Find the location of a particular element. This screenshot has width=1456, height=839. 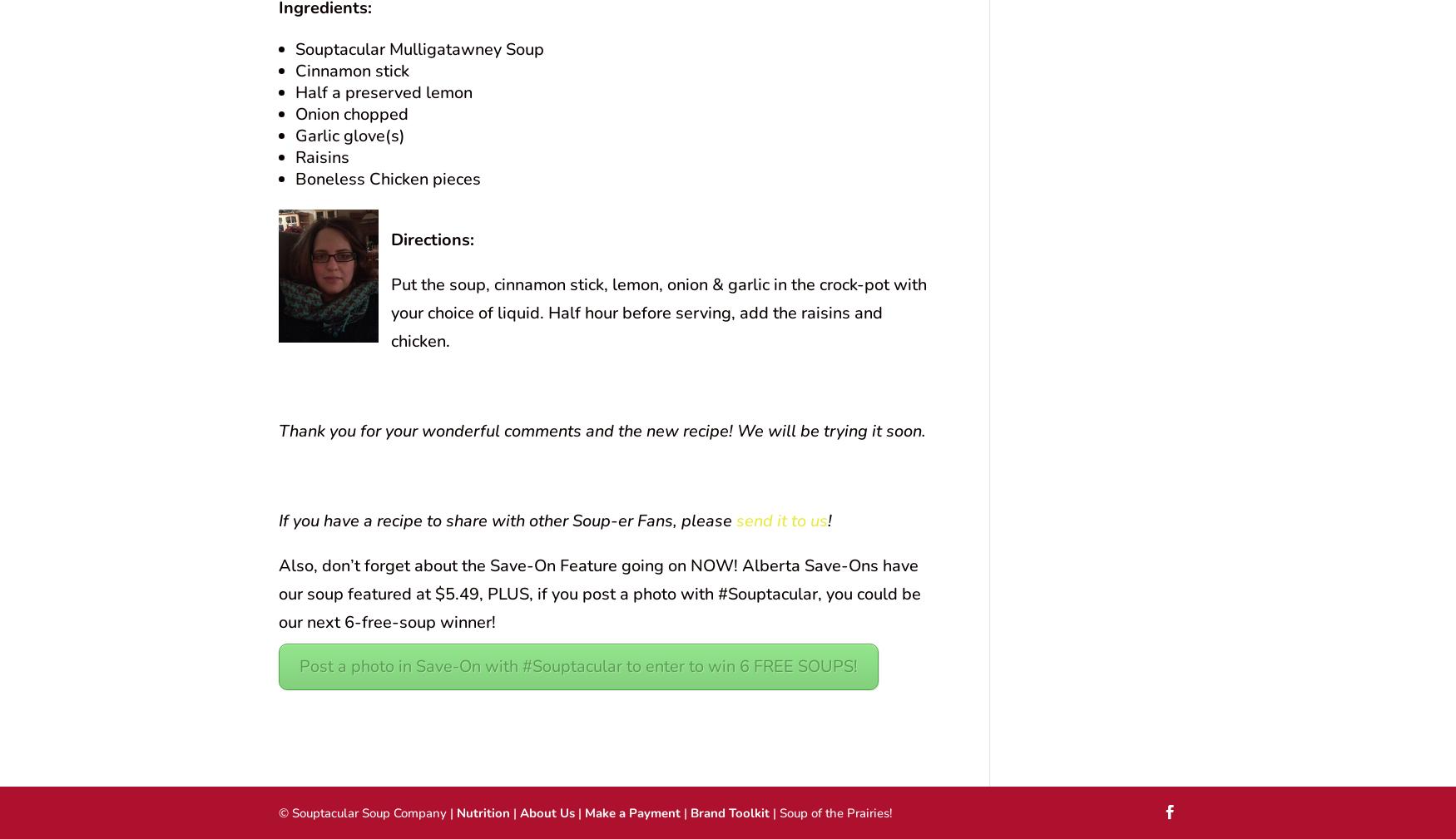

'Onion chopped' is located at coordinates (295, 113).